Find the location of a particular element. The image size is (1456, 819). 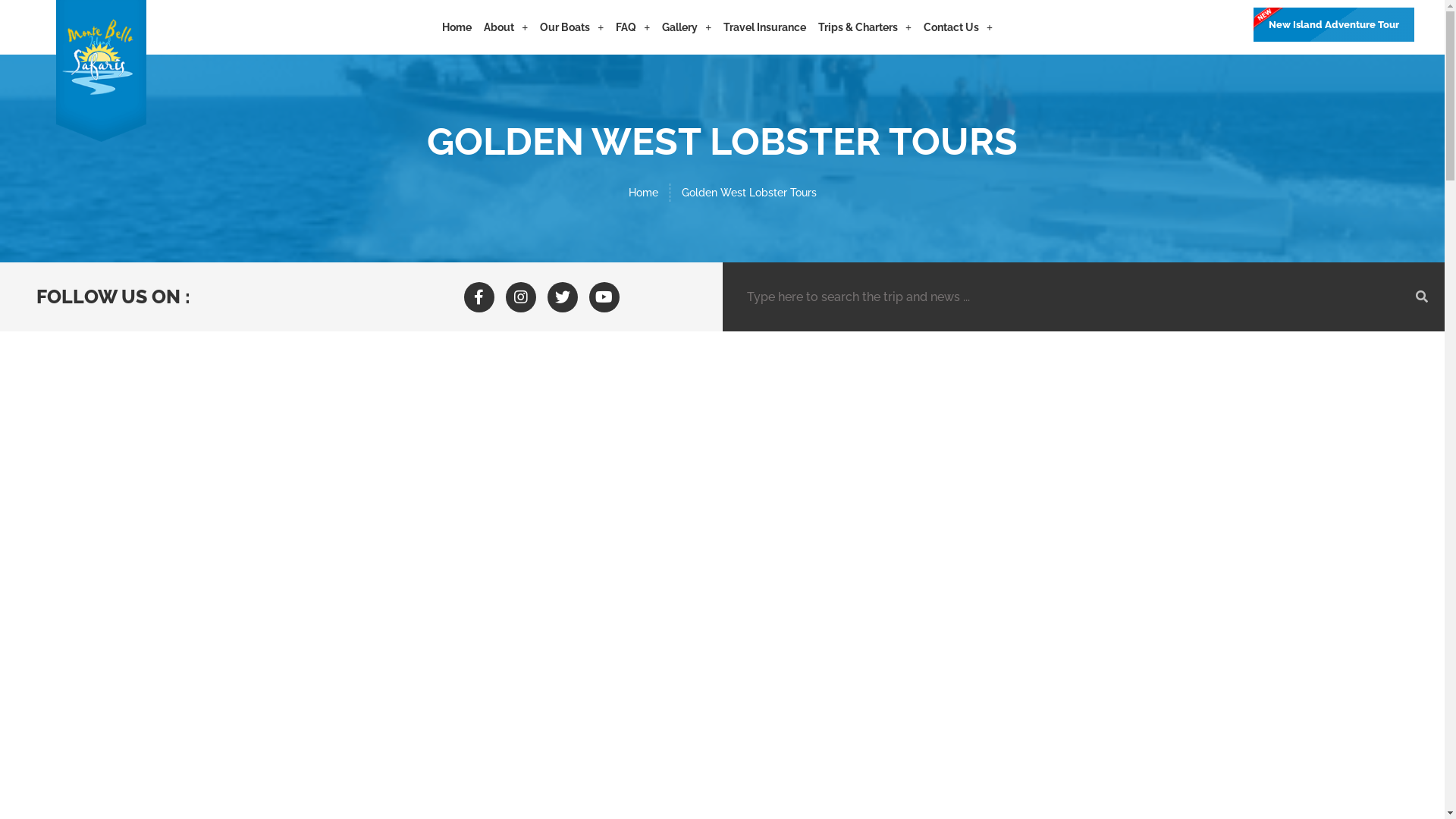

'FAQ' is located at coordinates (632, 27).